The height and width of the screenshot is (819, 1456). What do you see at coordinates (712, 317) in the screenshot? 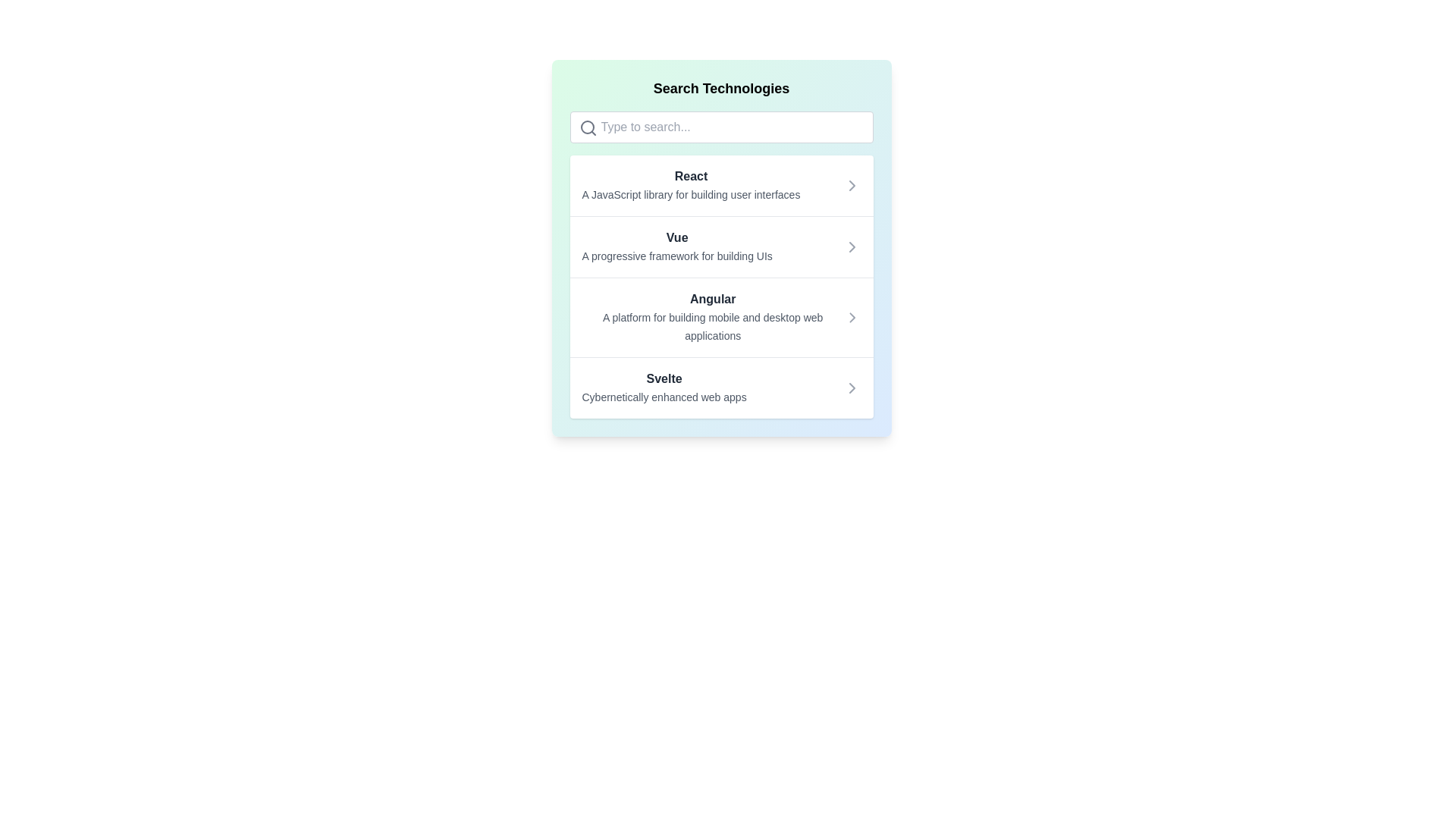
I see `the third list item containing text information about the Angular framework, located within the 'Search Technologies' card` at bounding box center [712, 317].